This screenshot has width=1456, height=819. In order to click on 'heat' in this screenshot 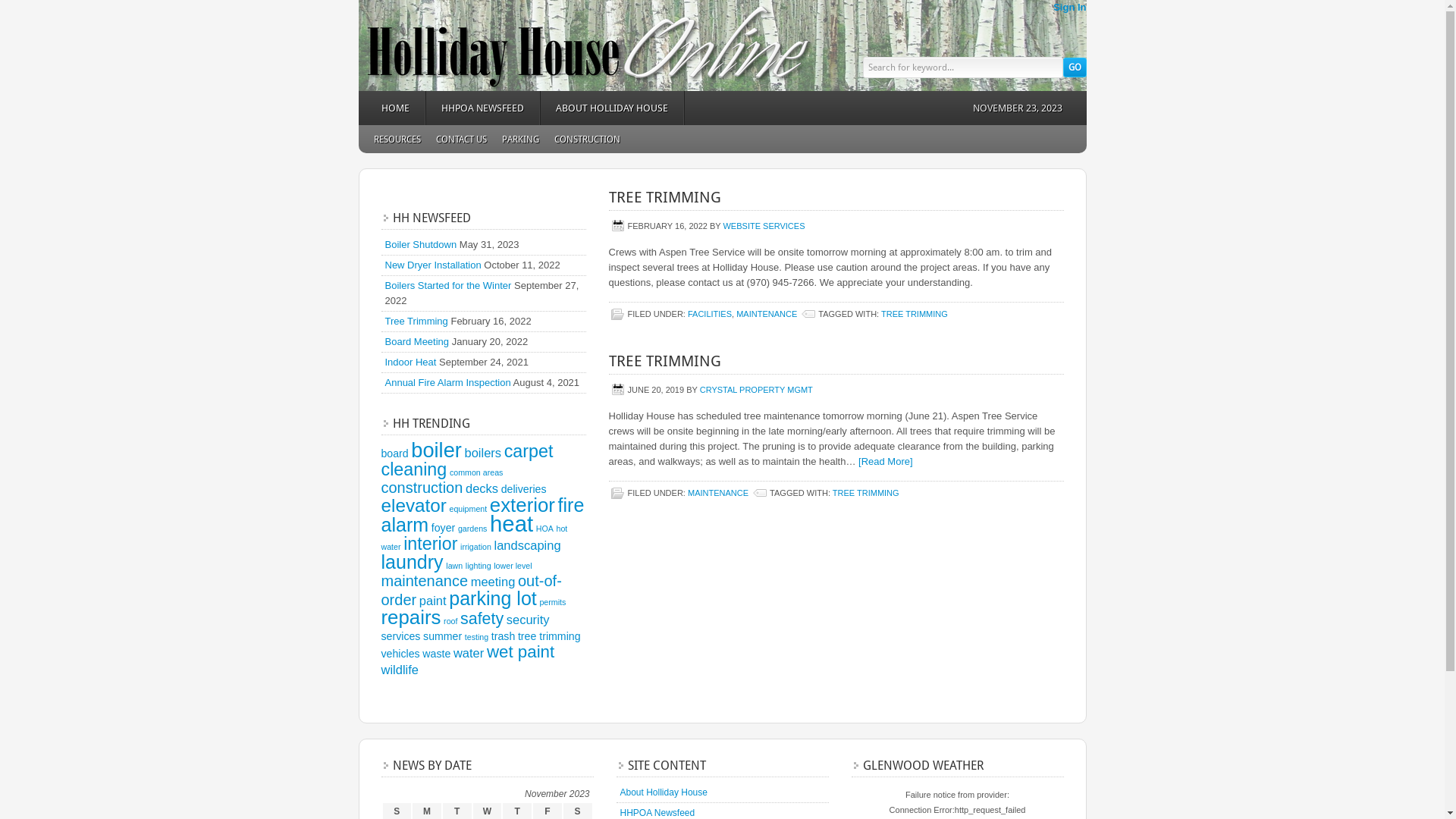, I will do `click(511, 522)`.